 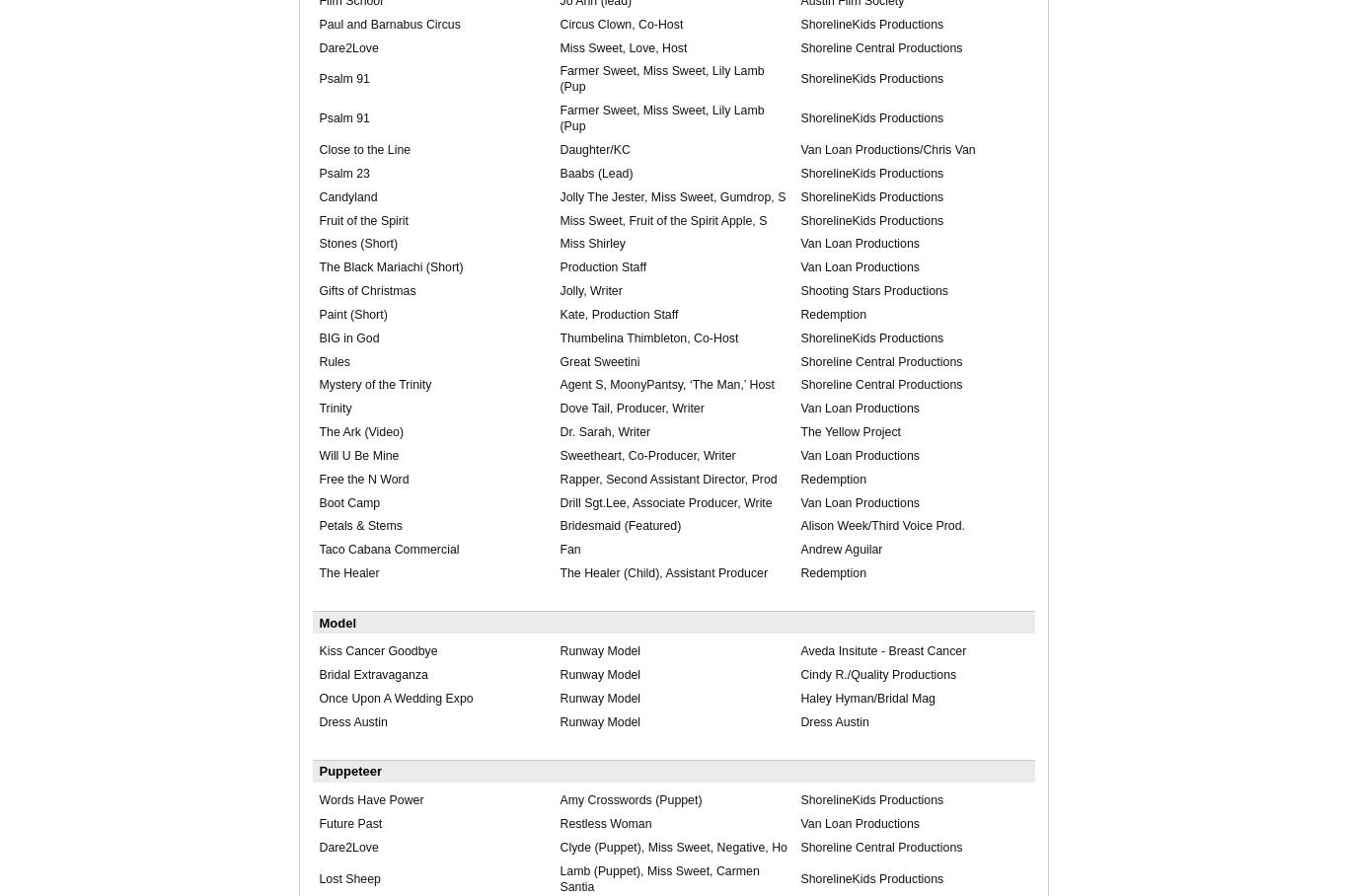 I want to click on 'Miss Shirley', so click(x=591, y=242).